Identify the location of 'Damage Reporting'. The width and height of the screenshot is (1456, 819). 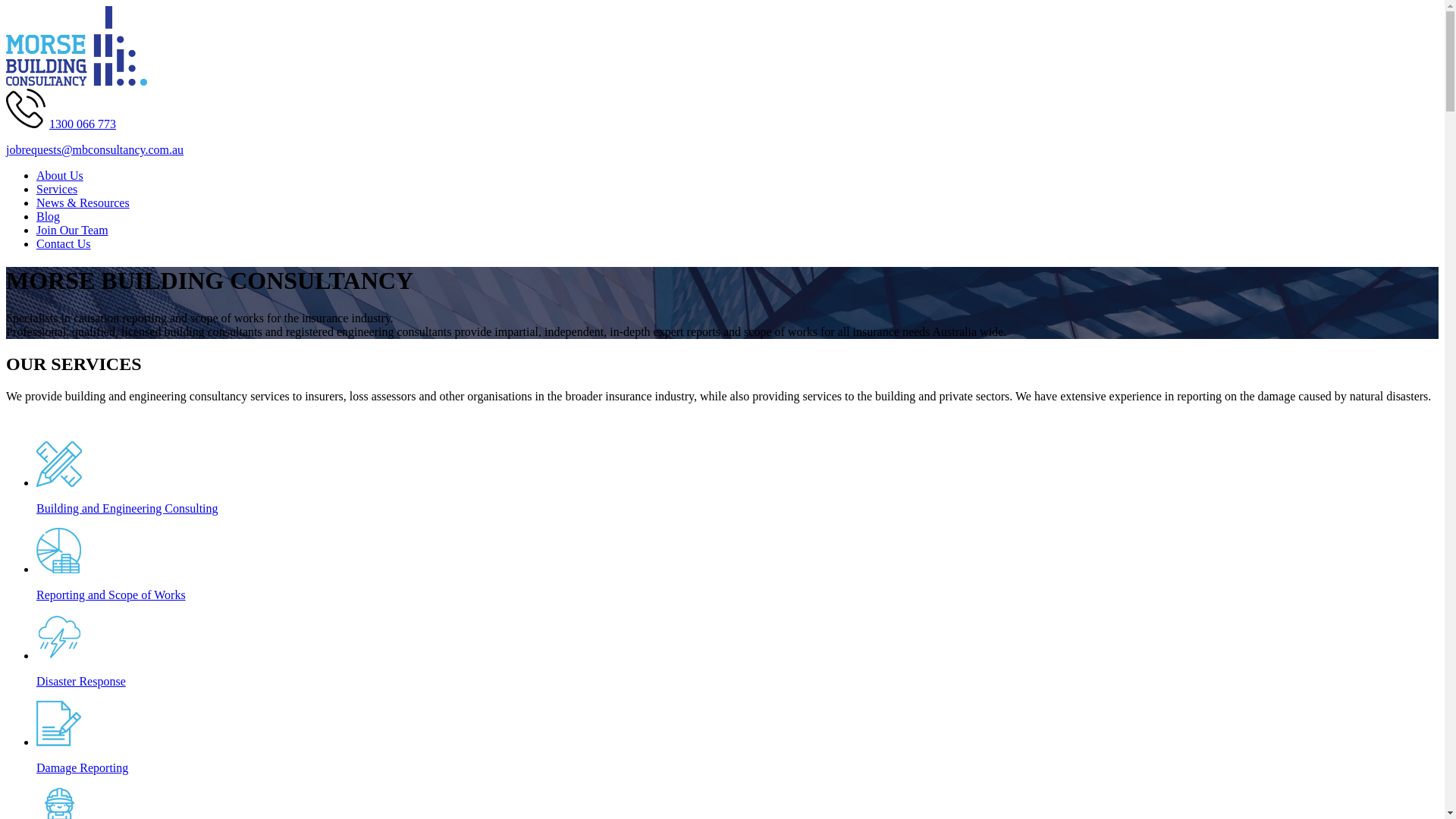
(737, 755).